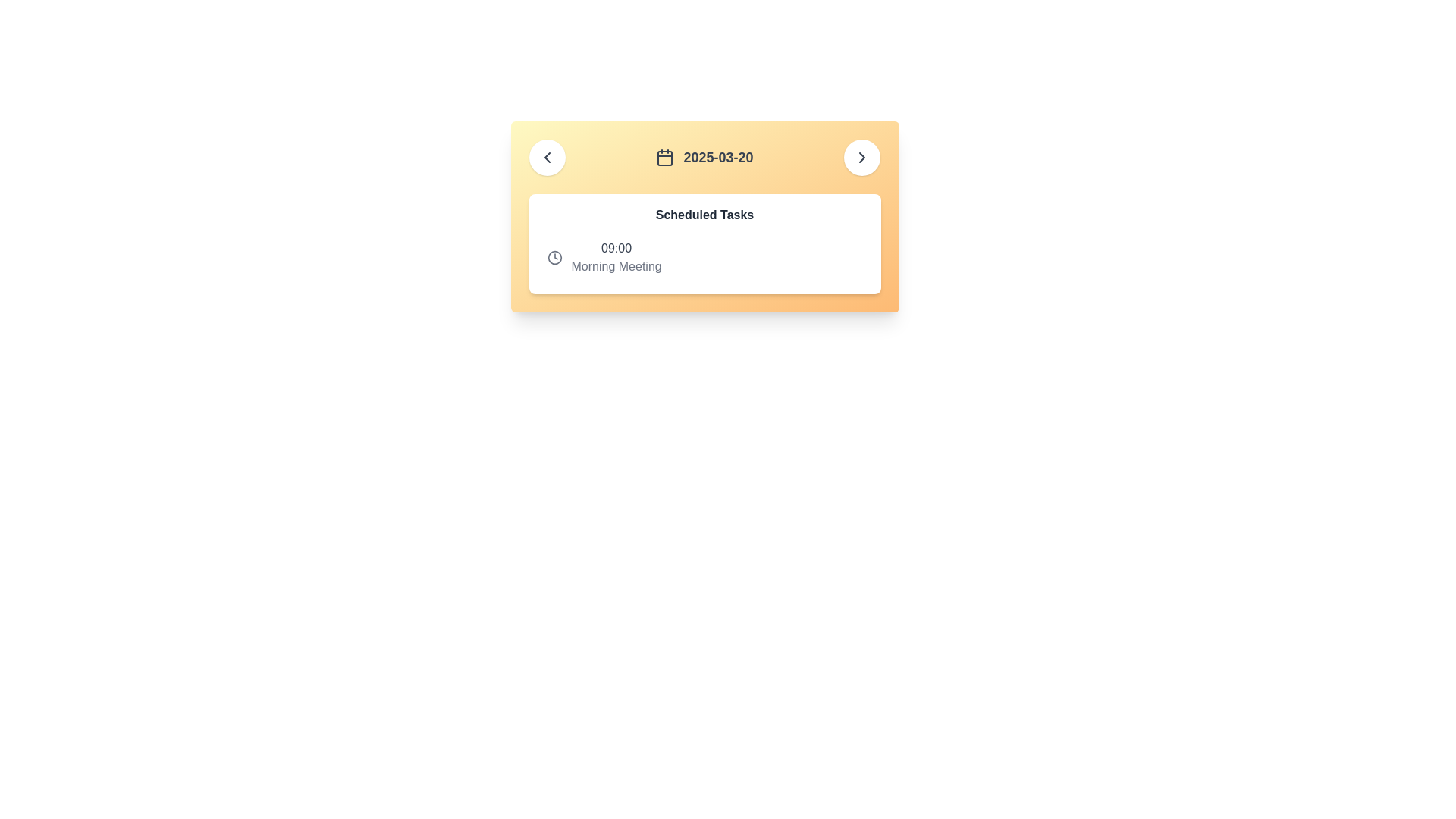 The height and width of the screenshot is (819, 1456). I want to click on text content of the label displaying 'Morning Meeting' which is located below the time '09:00' in the schedule card interface, so click(617, 265).